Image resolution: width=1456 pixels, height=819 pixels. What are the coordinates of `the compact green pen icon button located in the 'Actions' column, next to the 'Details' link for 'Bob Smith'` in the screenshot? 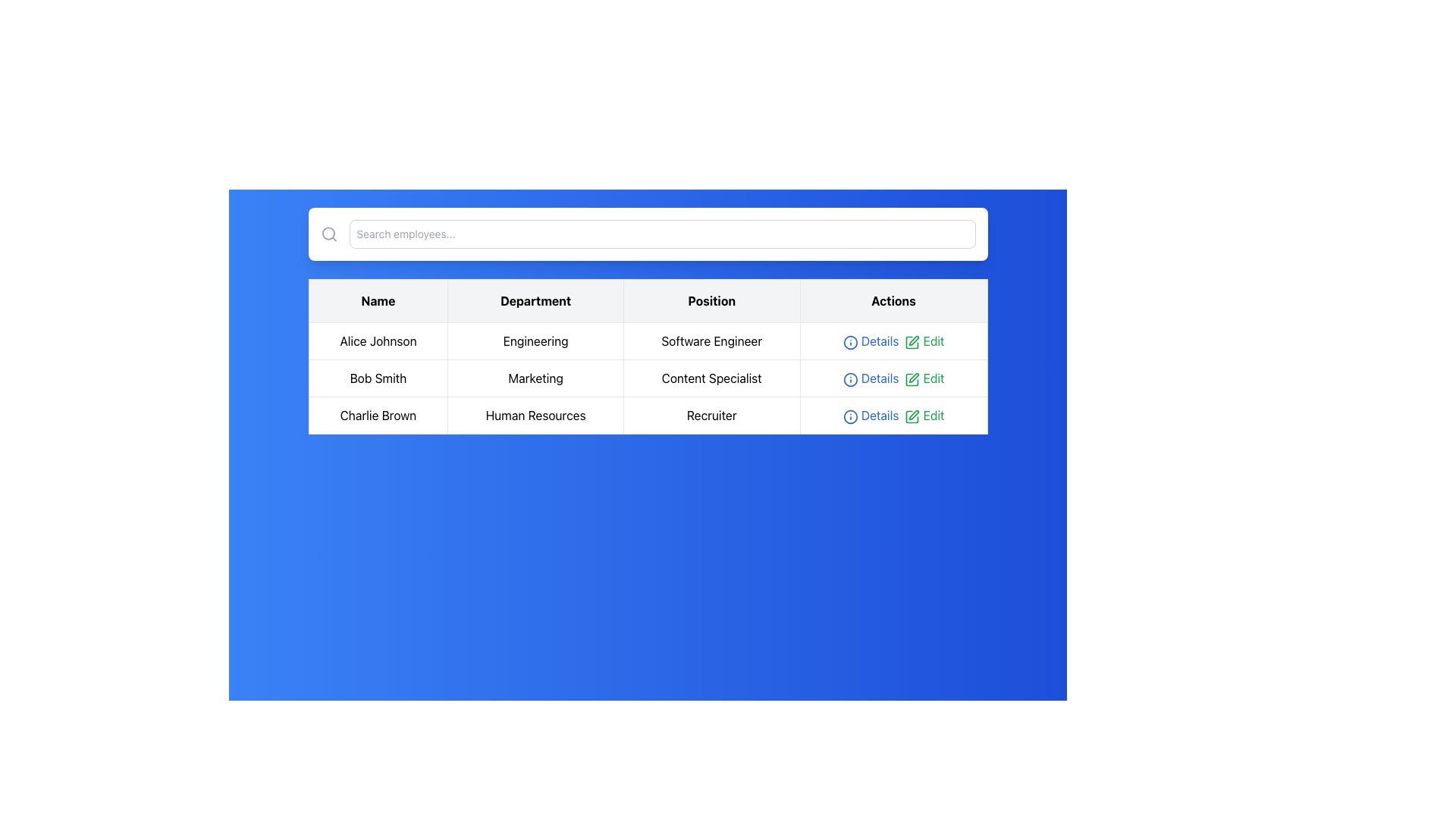 It's located at (913, 377).